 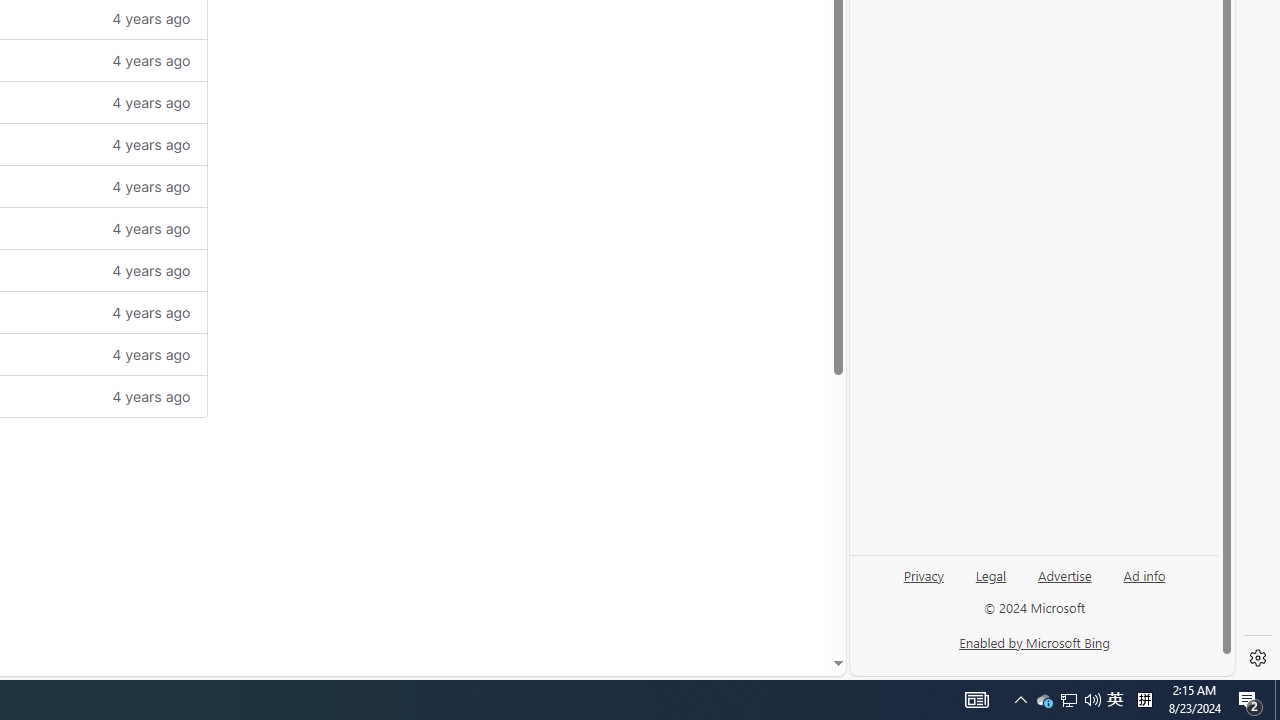 I want to click on 'Privacy', so click(x=922, y=583).